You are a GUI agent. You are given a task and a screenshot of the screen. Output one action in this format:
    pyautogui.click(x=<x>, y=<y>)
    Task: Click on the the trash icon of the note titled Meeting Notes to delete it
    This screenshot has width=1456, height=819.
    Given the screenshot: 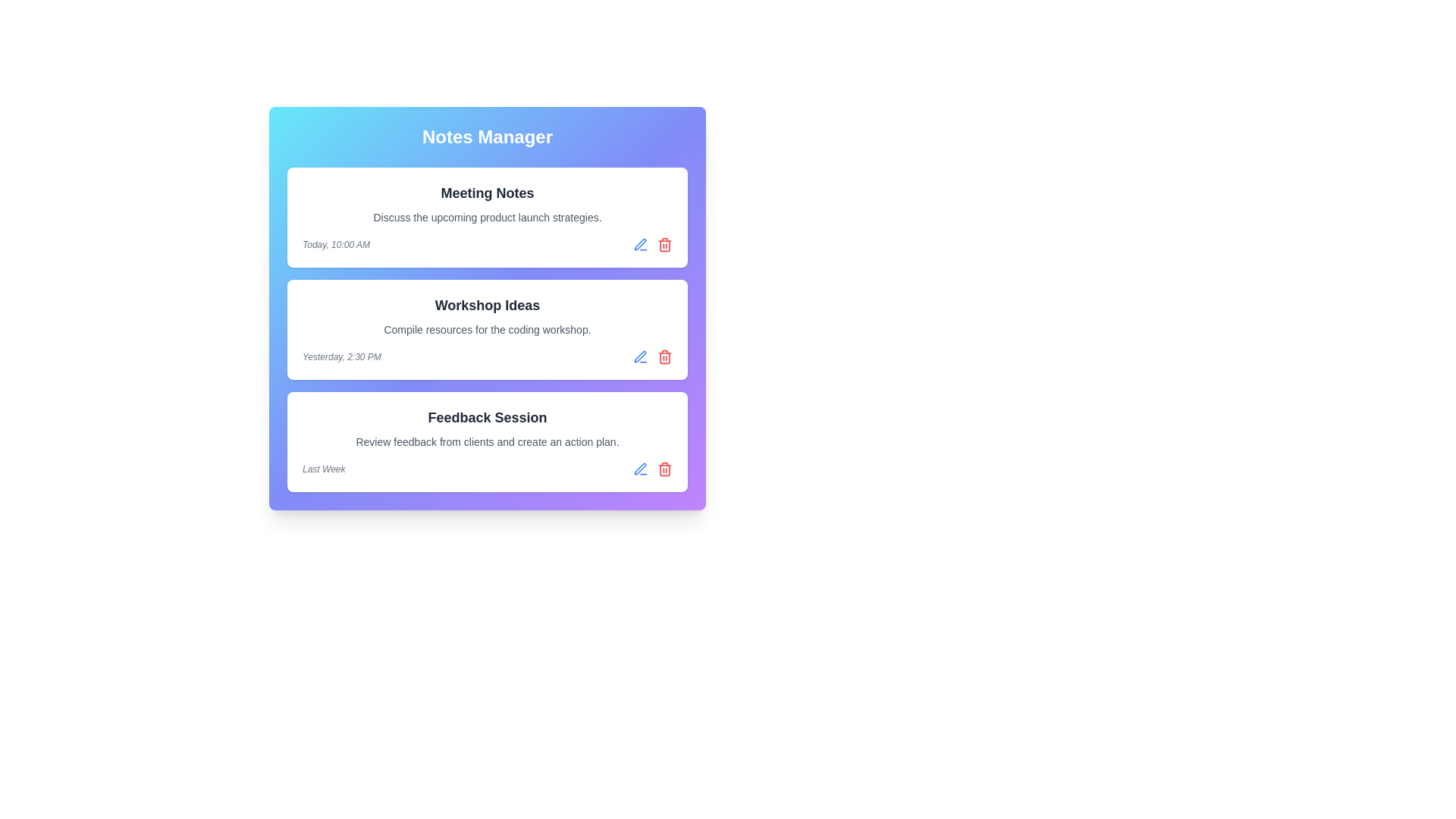 What is the action you would take?
    pyautogui.click(x=665, y=244)
    